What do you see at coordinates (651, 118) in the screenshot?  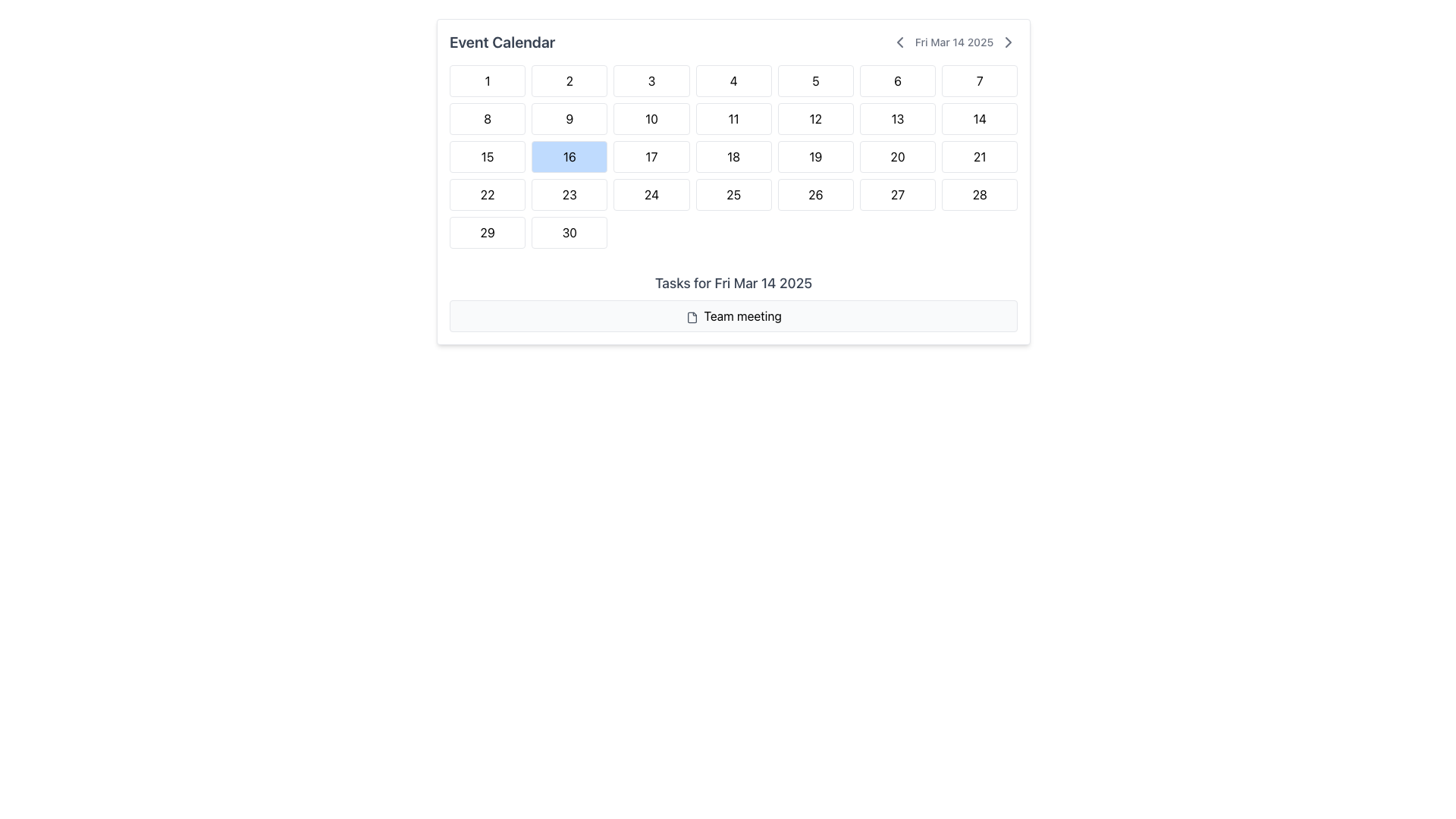 I see `the date selector button located in the second row and third column of the Event Calendar, positioned between buttons '9' and '11' horizontally, and below button '3' vertically to trigger potential hover effects` at bounding box center [651, 118].